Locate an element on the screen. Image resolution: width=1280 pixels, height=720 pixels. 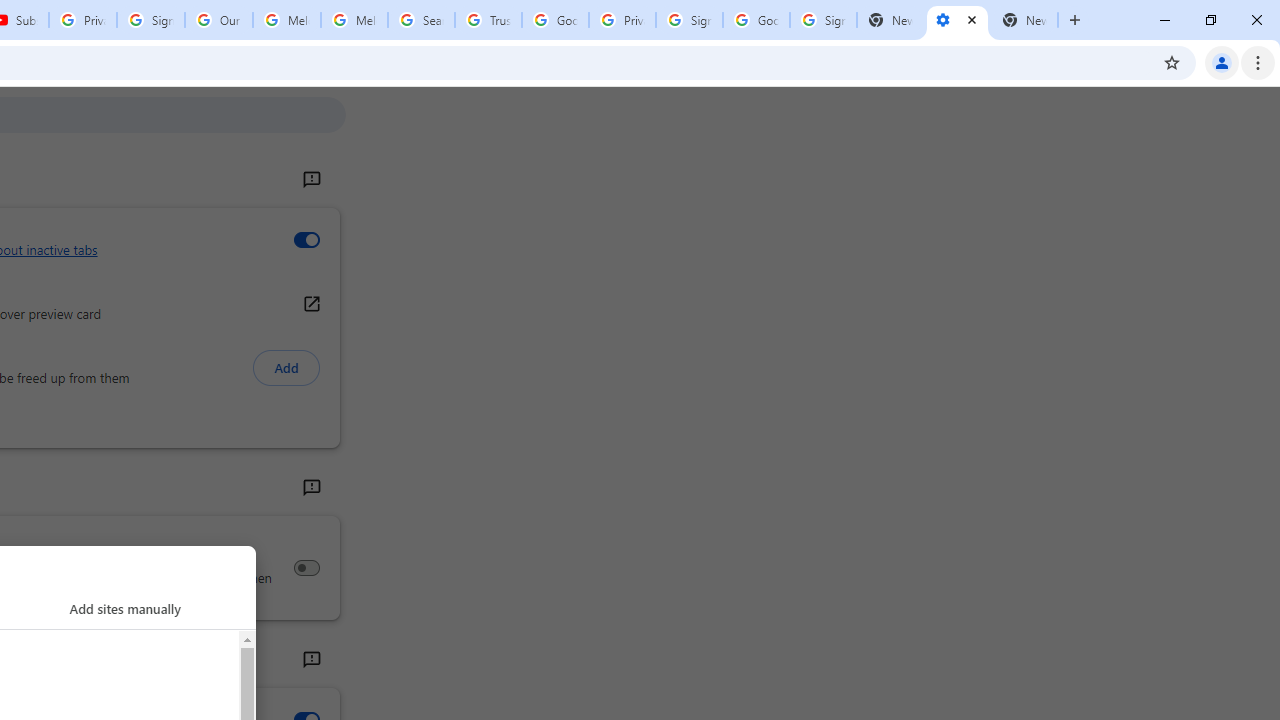
'Settings - Performance' is located at coordinates (956, 20).